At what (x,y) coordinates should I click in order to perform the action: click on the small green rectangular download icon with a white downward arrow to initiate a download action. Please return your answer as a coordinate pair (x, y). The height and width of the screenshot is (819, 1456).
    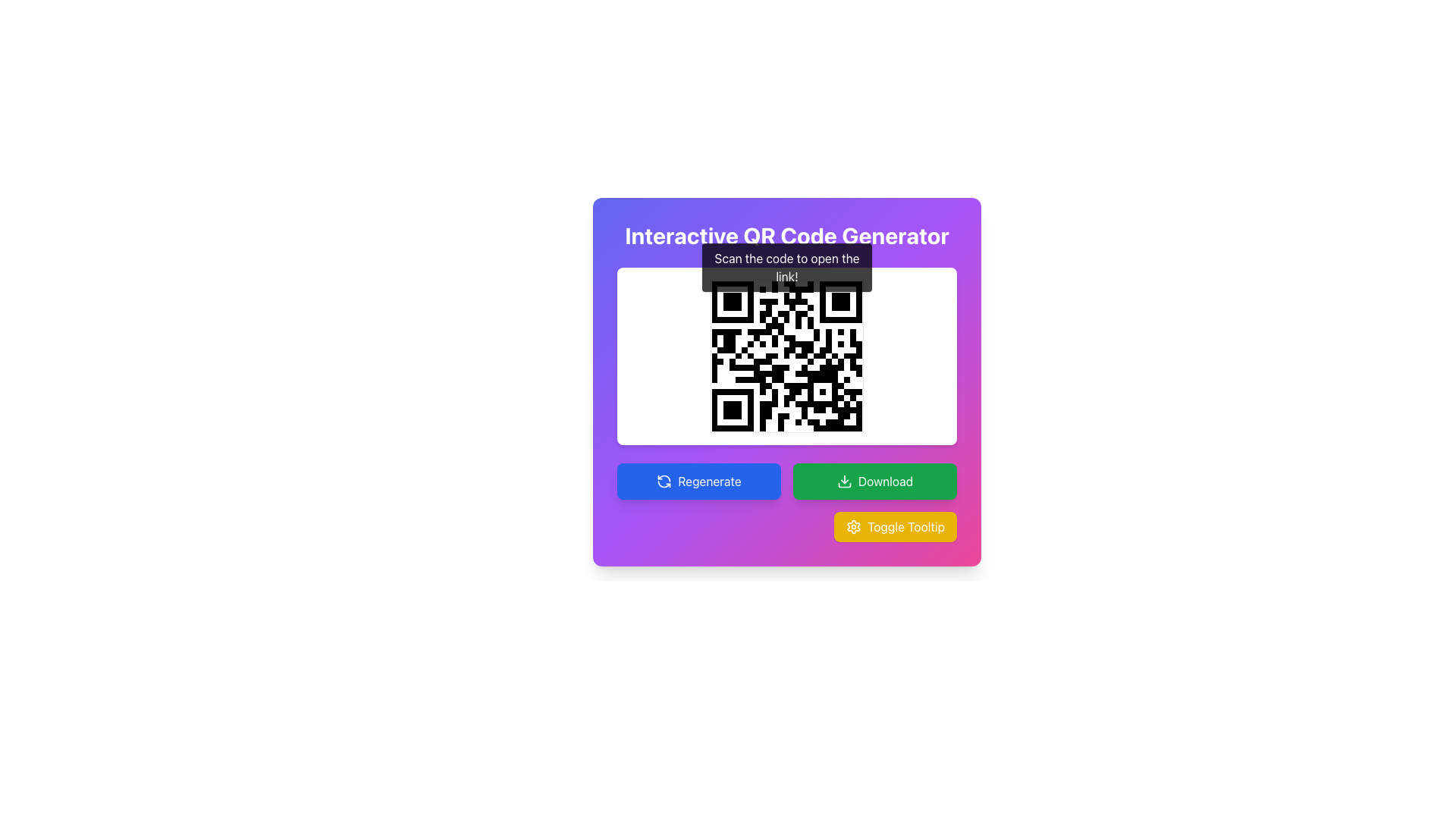
    Looking at the image, I should click on (843, 482).